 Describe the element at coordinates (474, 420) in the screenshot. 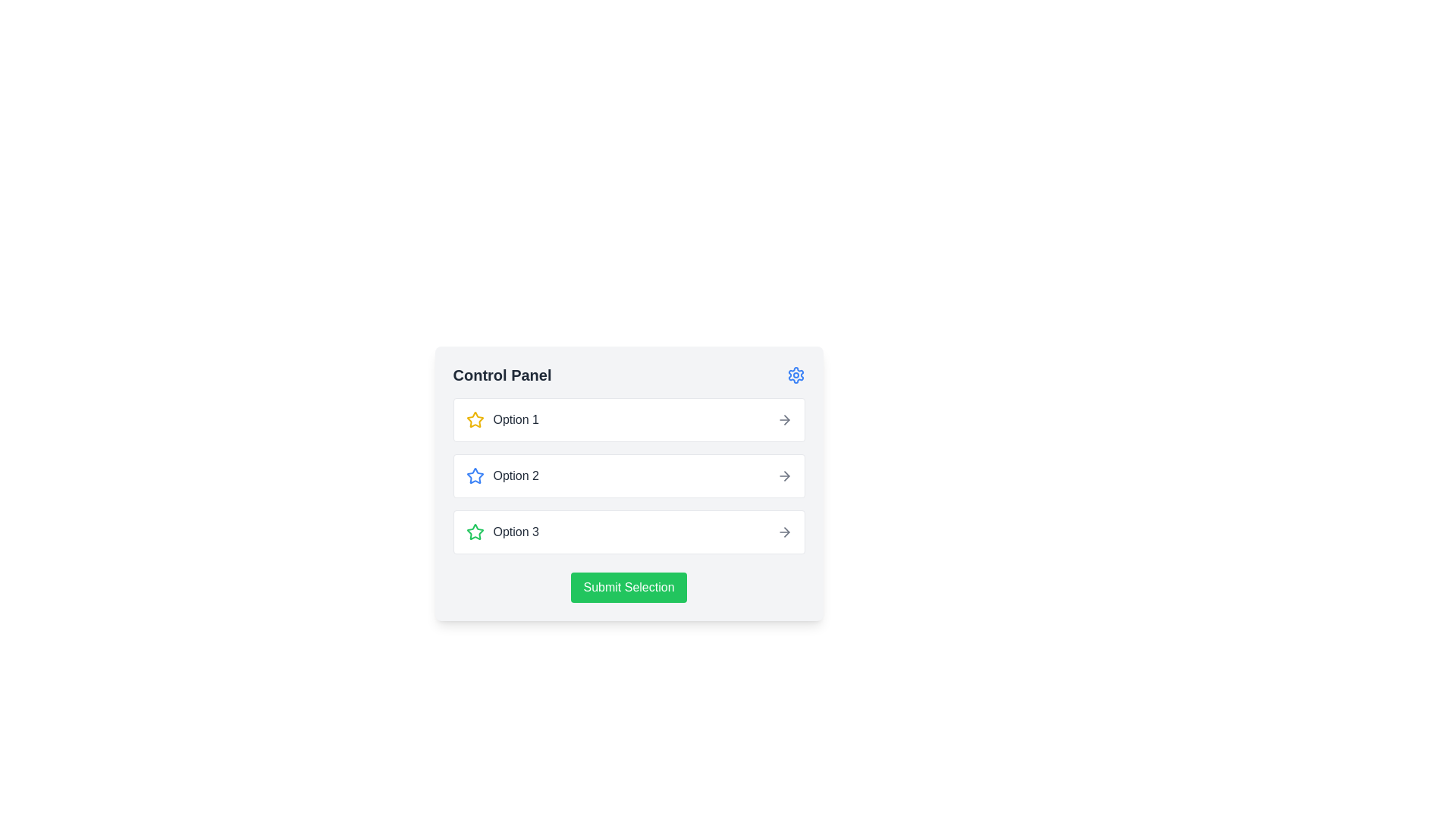

I see `the star icon with a yellow border, positioned to the left of 'Option 1' in the control panel's topmost row` at that location.